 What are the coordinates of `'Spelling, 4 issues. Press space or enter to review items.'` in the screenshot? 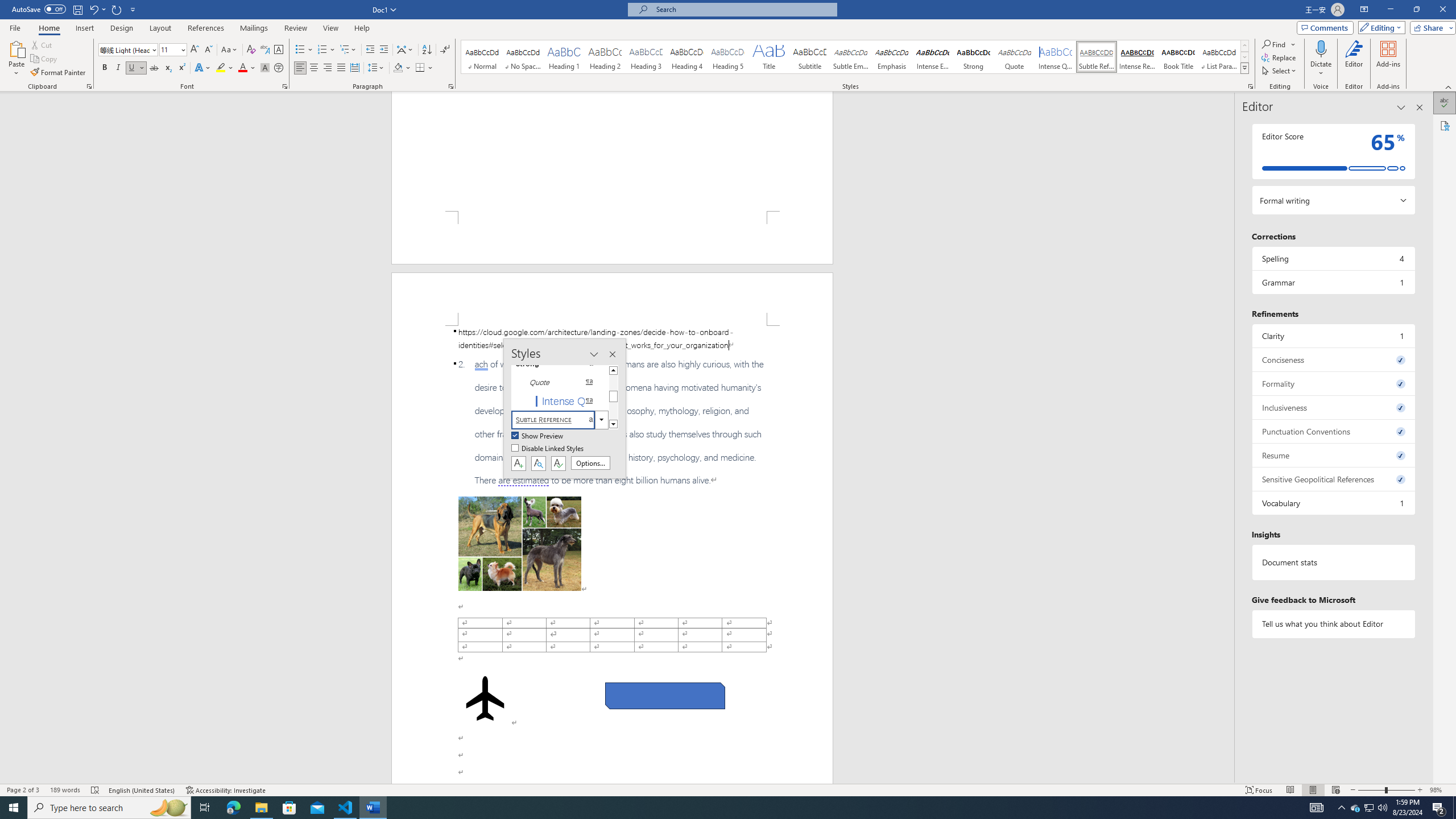 It's located at (1333, 258).